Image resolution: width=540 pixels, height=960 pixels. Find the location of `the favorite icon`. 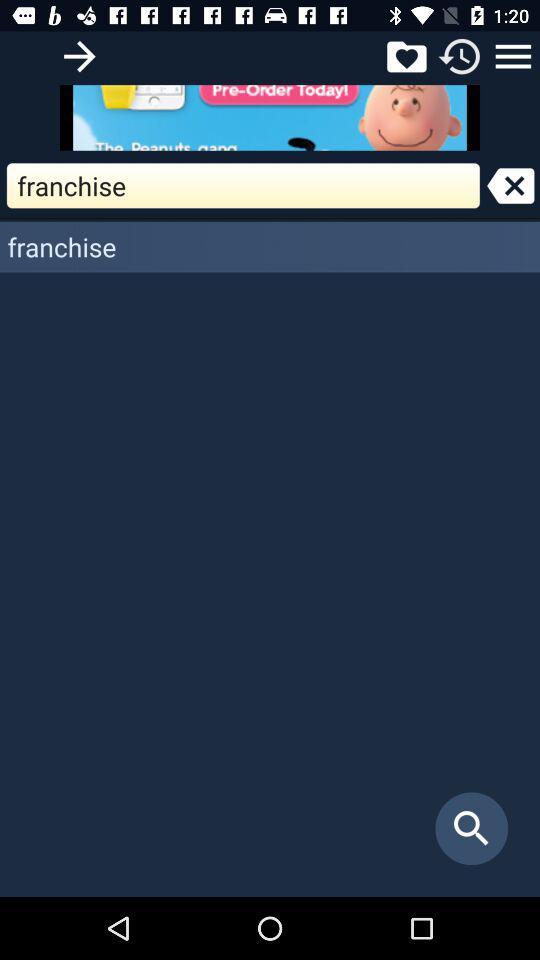

the favorite icon is located at coordinates (405, 55).